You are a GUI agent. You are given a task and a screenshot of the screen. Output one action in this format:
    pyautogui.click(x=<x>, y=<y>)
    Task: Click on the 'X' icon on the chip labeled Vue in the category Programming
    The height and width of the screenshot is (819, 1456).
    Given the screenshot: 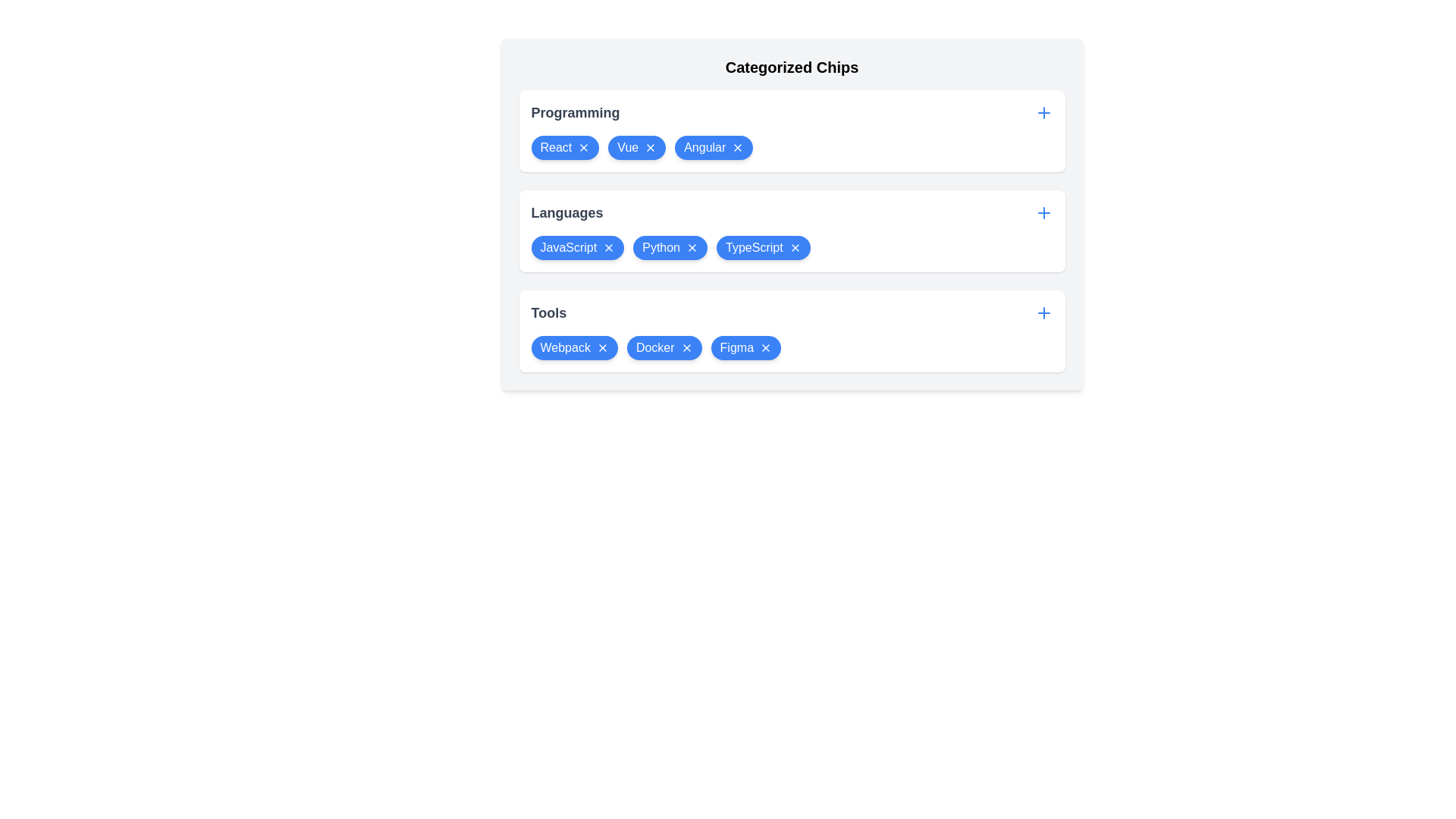 What is the action you would take?
    pyautogui.click(x=651, y=148)
    